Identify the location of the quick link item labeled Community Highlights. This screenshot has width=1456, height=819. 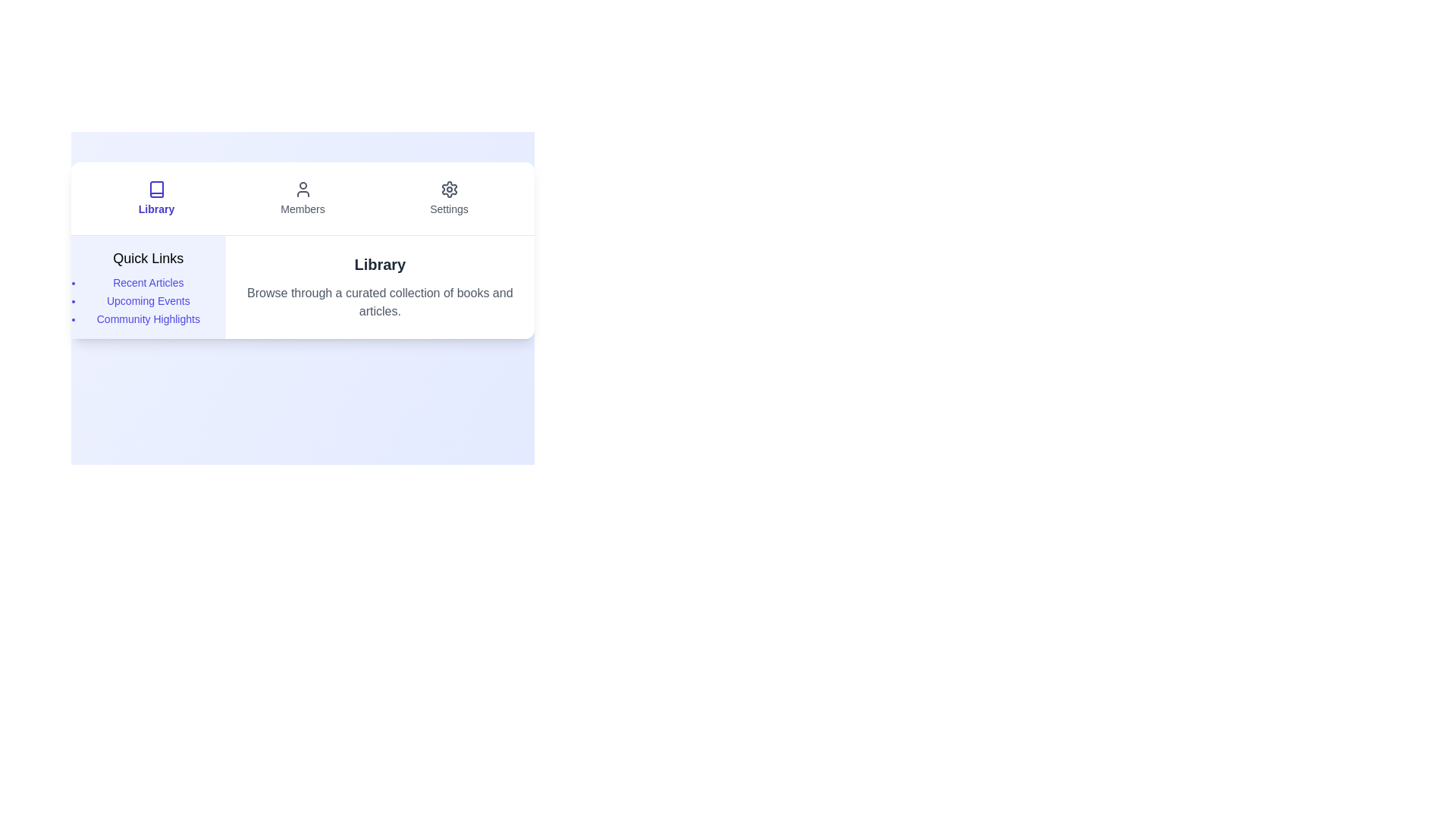
(148, 318).